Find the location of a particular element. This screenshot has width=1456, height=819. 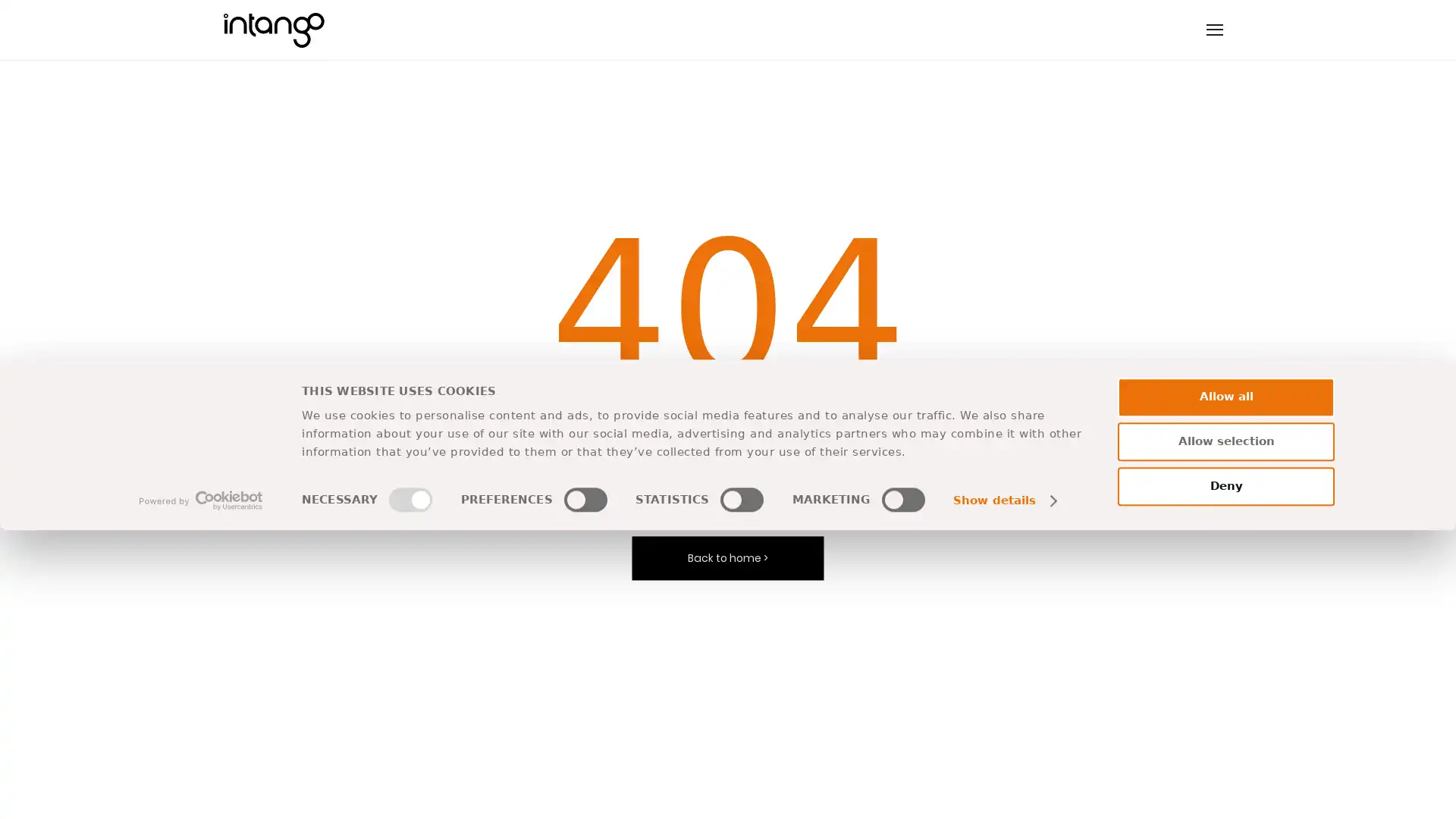

SUBSCRIBE is located at coordinates (814, 605).